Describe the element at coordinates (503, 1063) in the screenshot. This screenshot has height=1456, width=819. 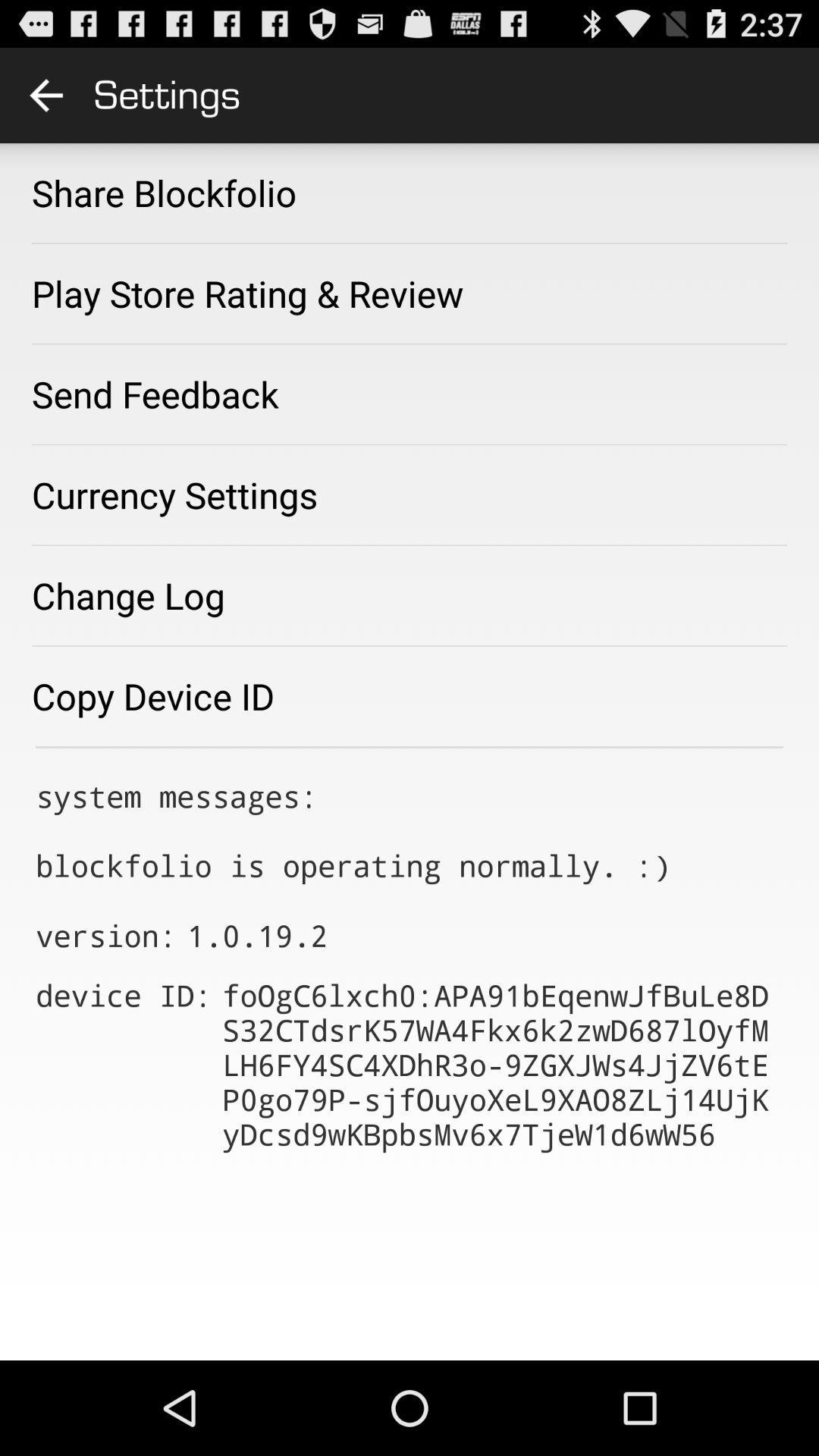
I see `the app at the bottom` at that location.